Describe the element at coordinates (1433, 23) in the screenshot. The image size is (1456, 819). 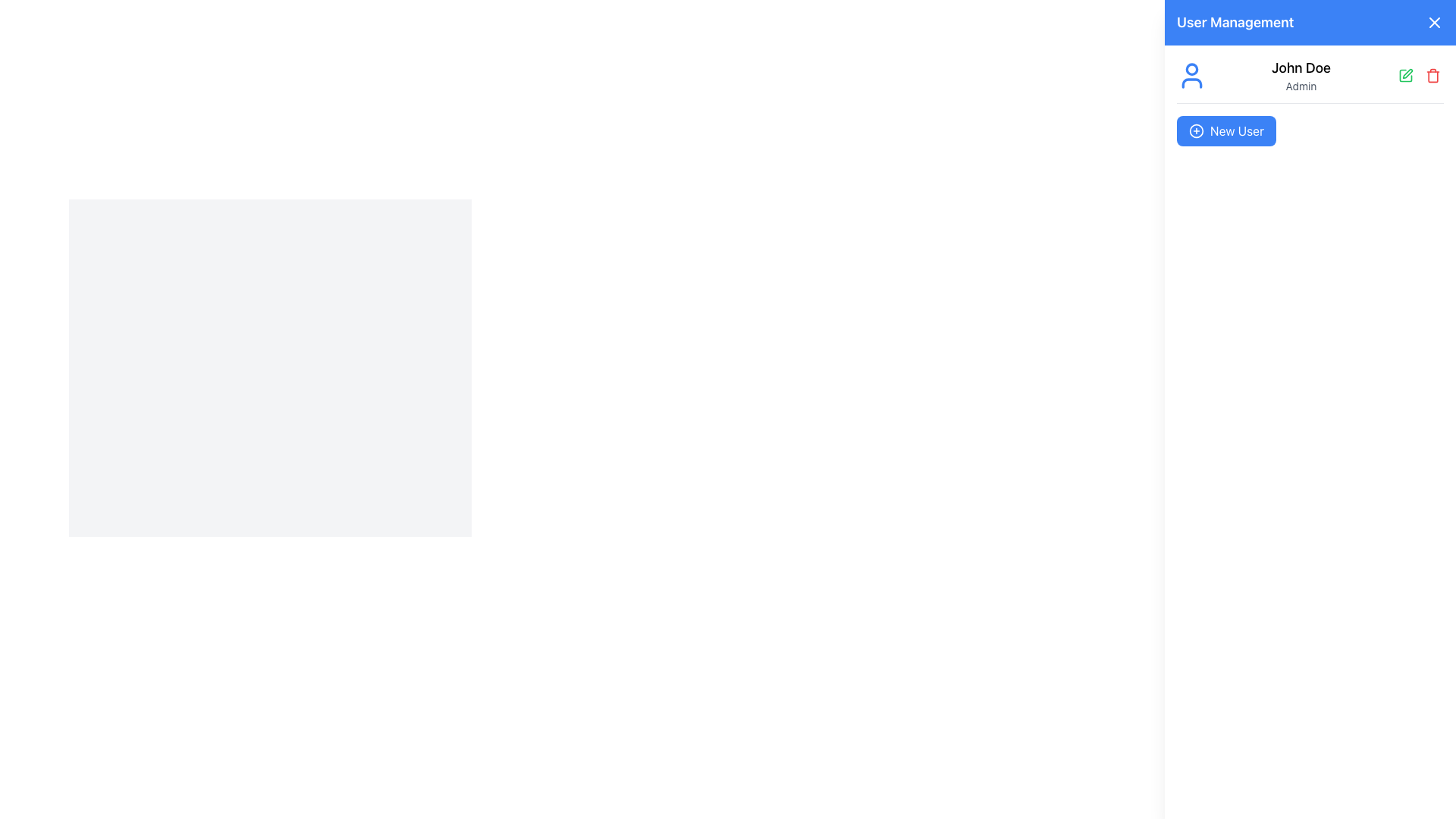
I see `the 'X' button on the far-right side of the top header` at that location.